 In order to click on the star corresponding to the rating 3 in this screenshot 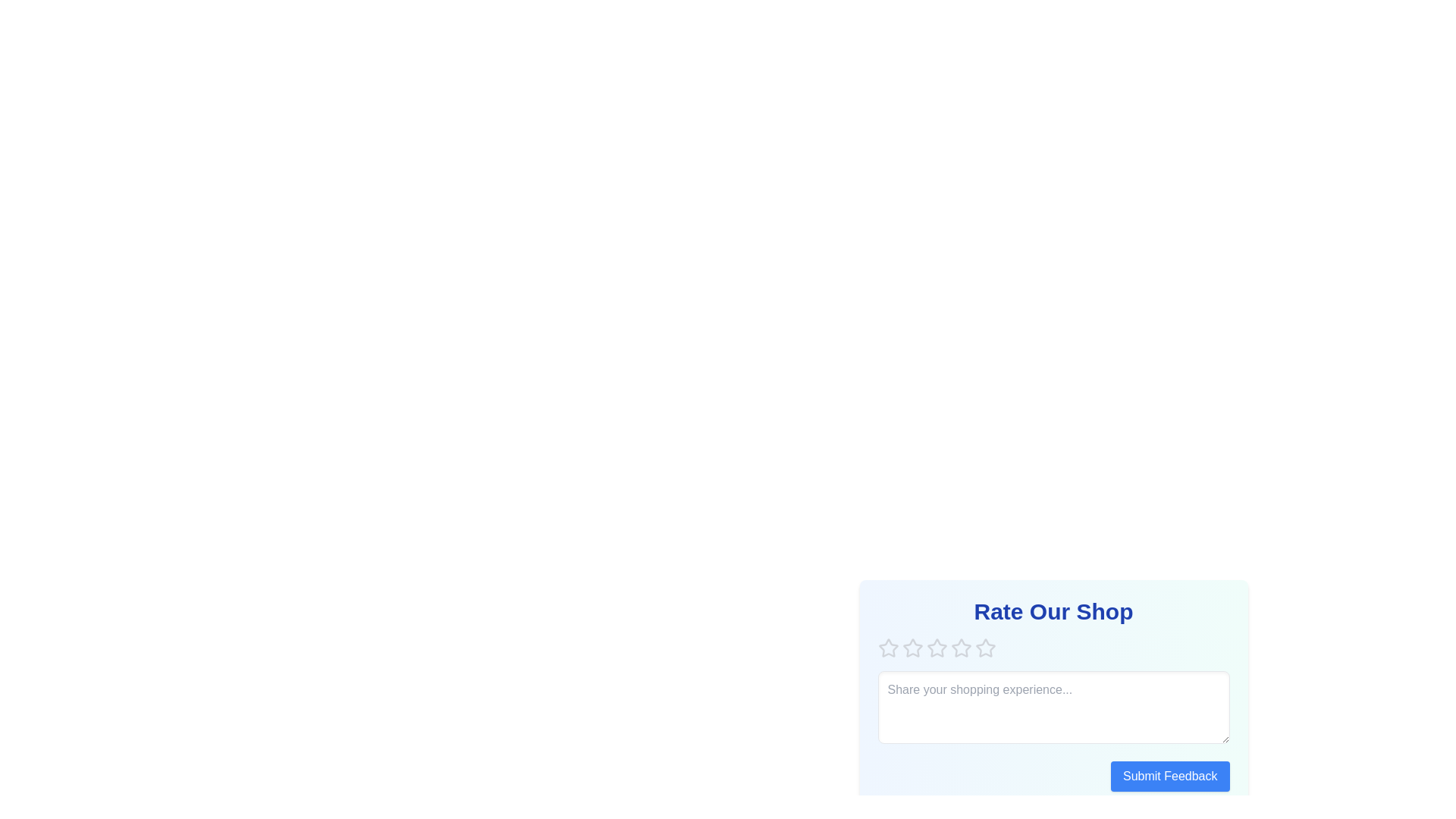, I will do `click(936, 648)`.